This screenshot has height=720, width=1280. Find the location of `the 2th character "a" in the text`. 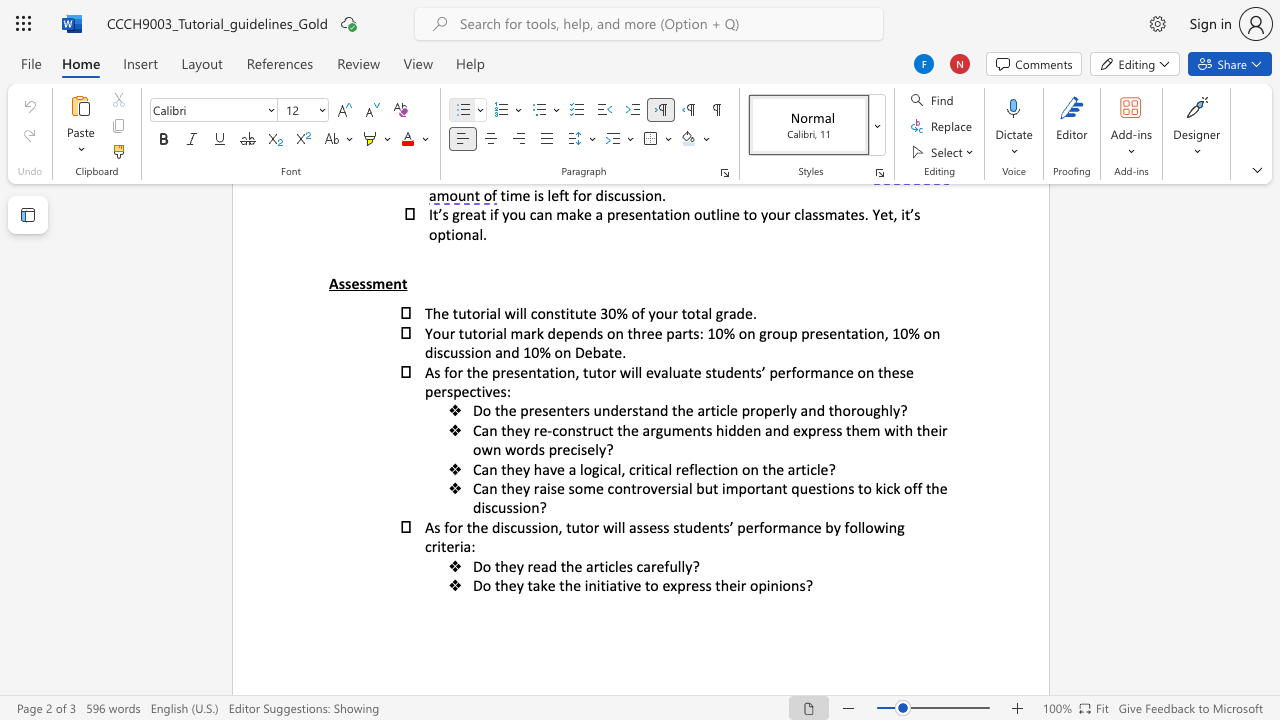

the 2th character "a" in the text is located at coordinates (646, 429).